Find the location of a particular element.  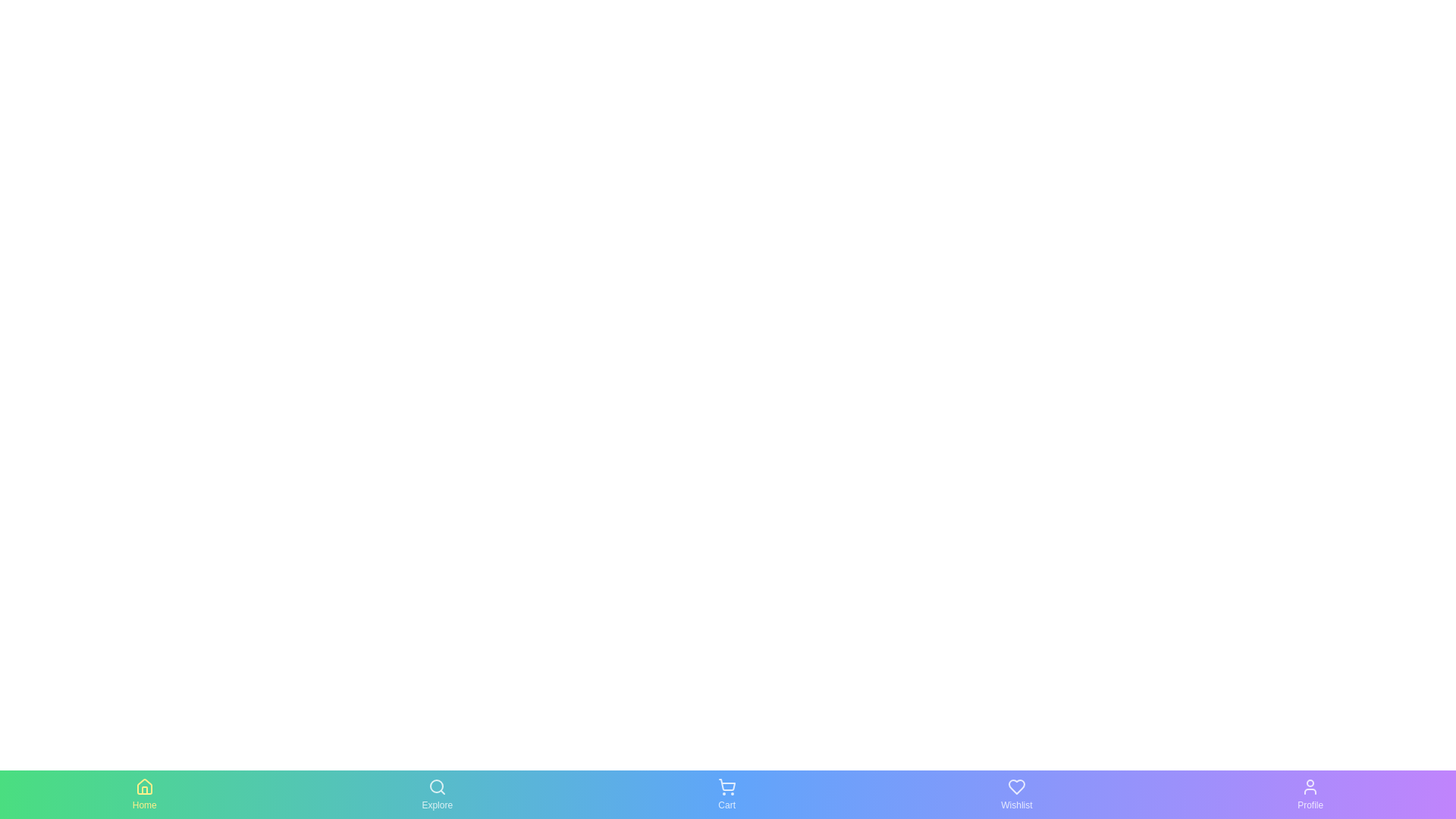

the Profile tab by clicking on it is located at coordinates (1310, 794).